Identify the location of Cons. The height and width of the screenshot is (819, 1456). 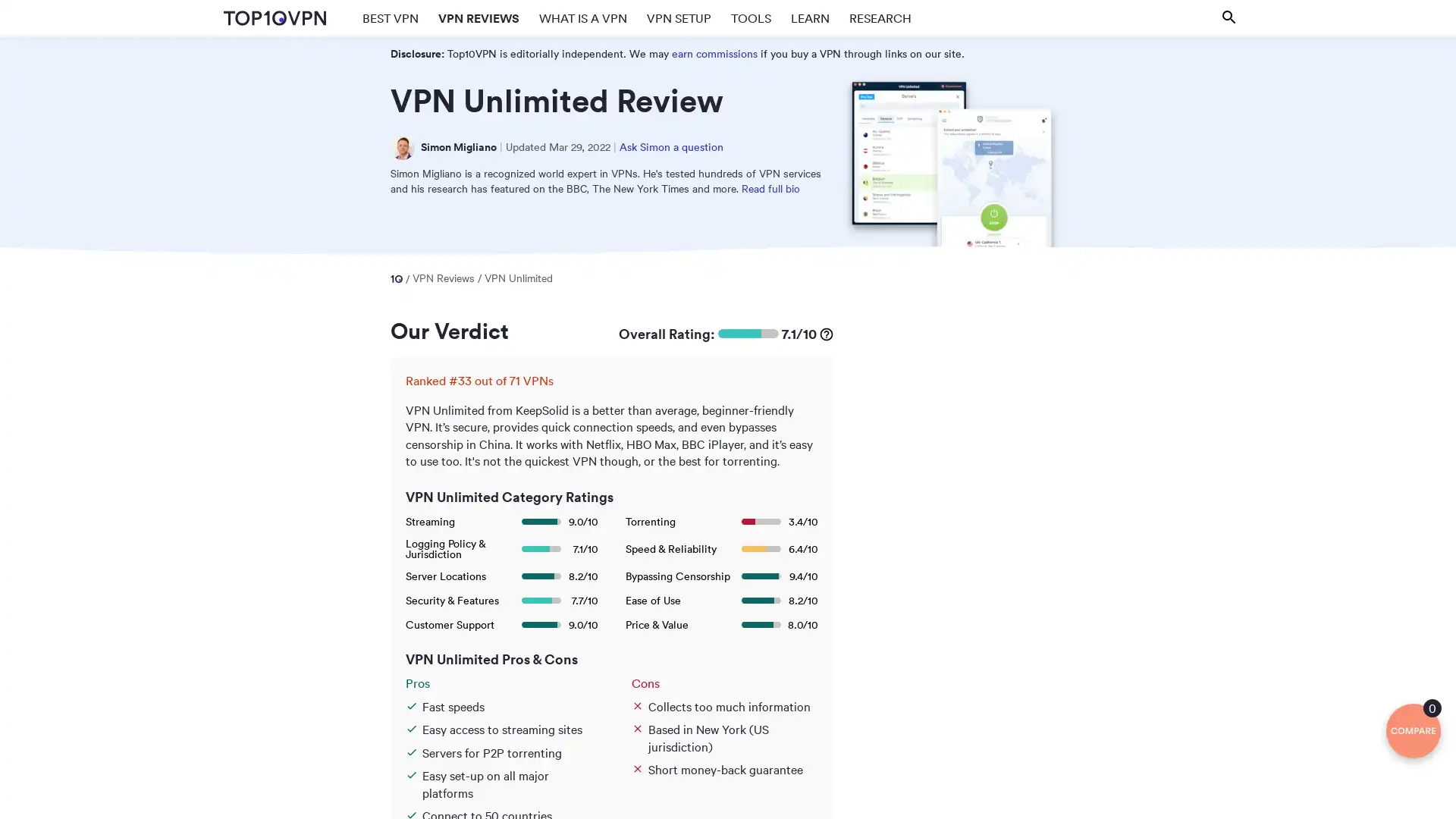
(723, 681).